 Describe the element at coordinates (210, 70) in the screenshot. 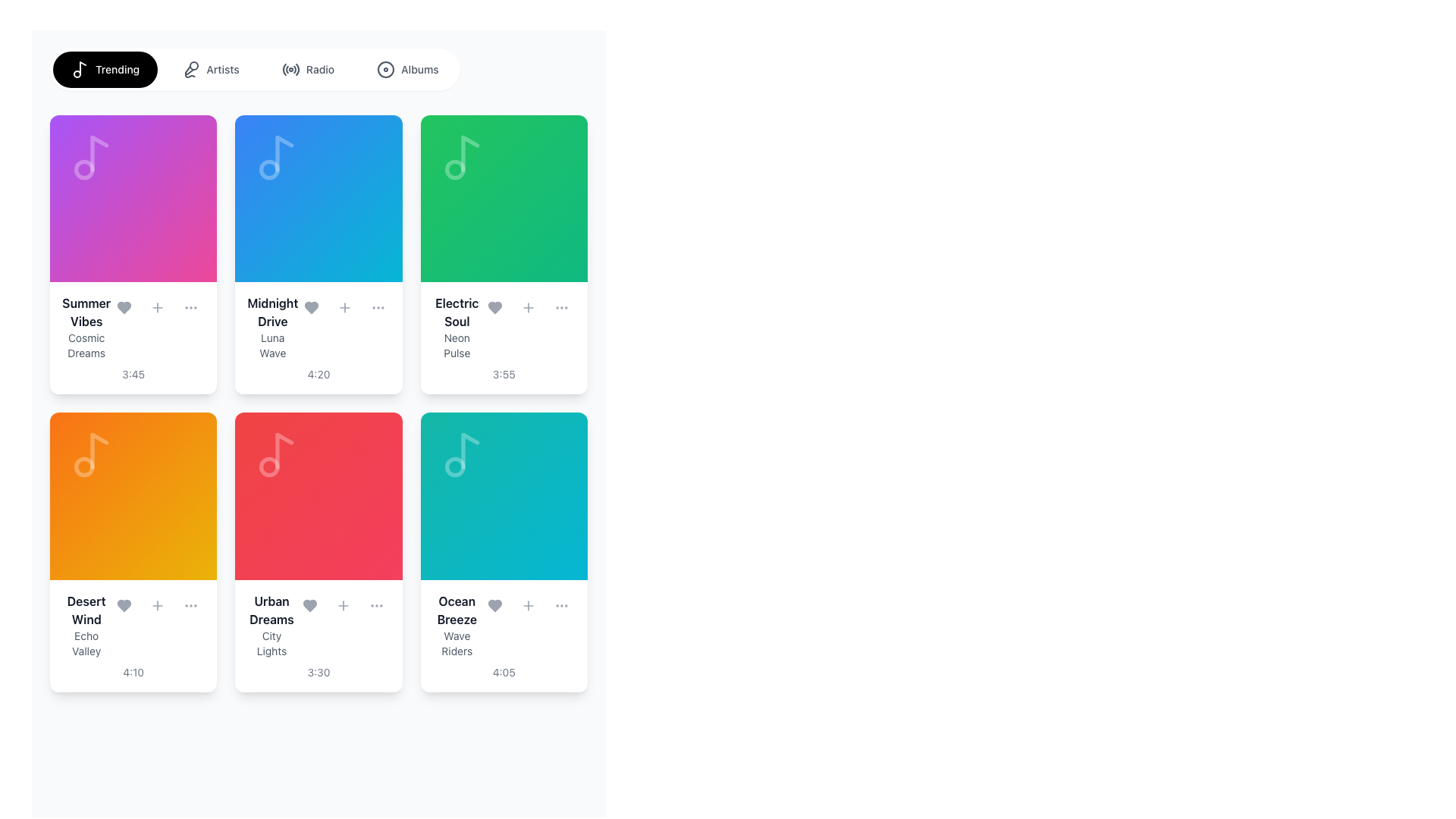

I see `the 'Artists' button in the navigation bar` at that location.